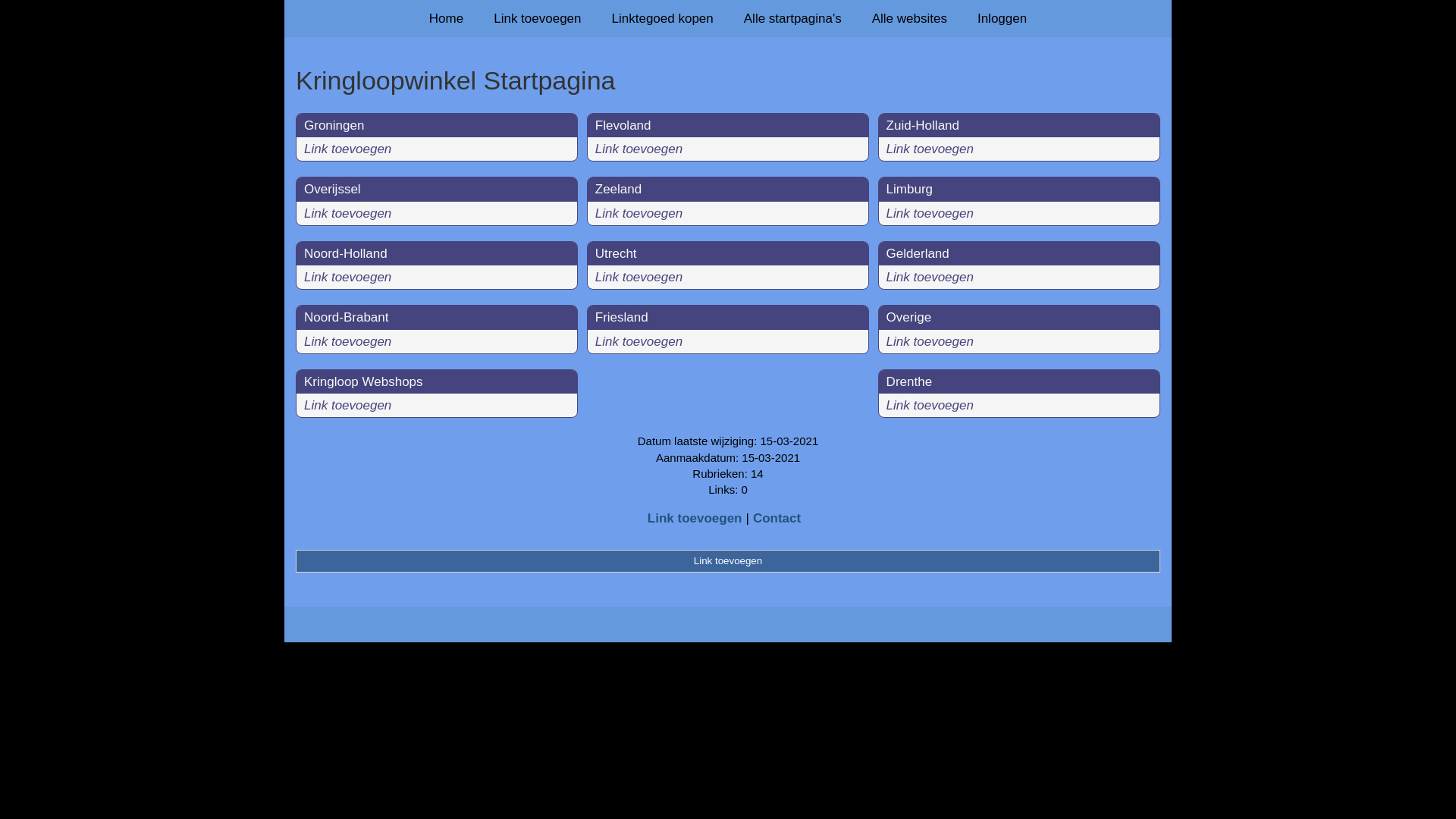  Describe the element at coordinates (331, 188) in the screenshot. I see `'Overijssel'` at that location.